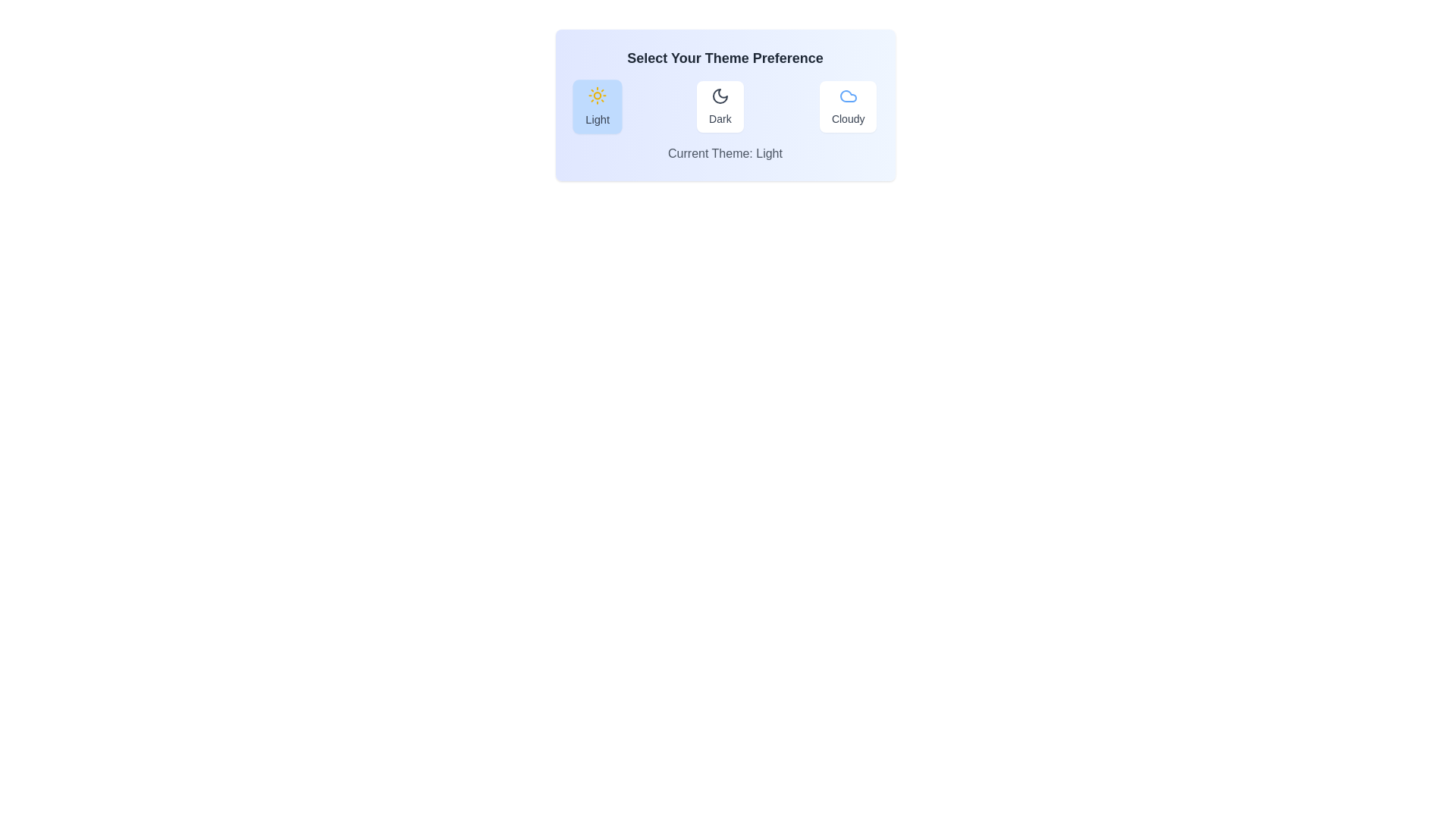  I want to click on the Cloudy button to observe its hover effect, so click(847, 106).